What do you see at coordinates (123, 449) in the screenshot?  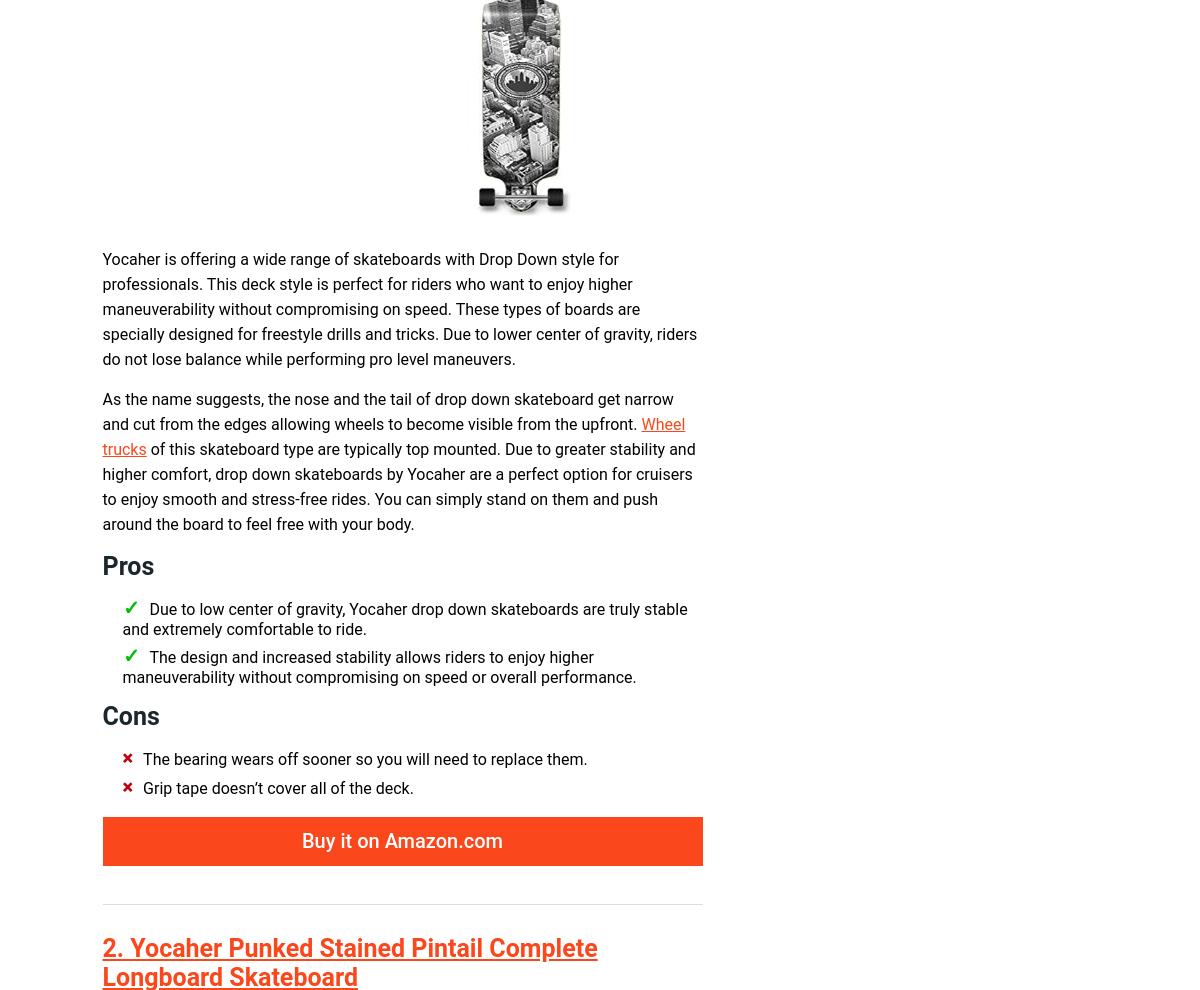 I see `'trucks'` at bounding box center [123, 449].